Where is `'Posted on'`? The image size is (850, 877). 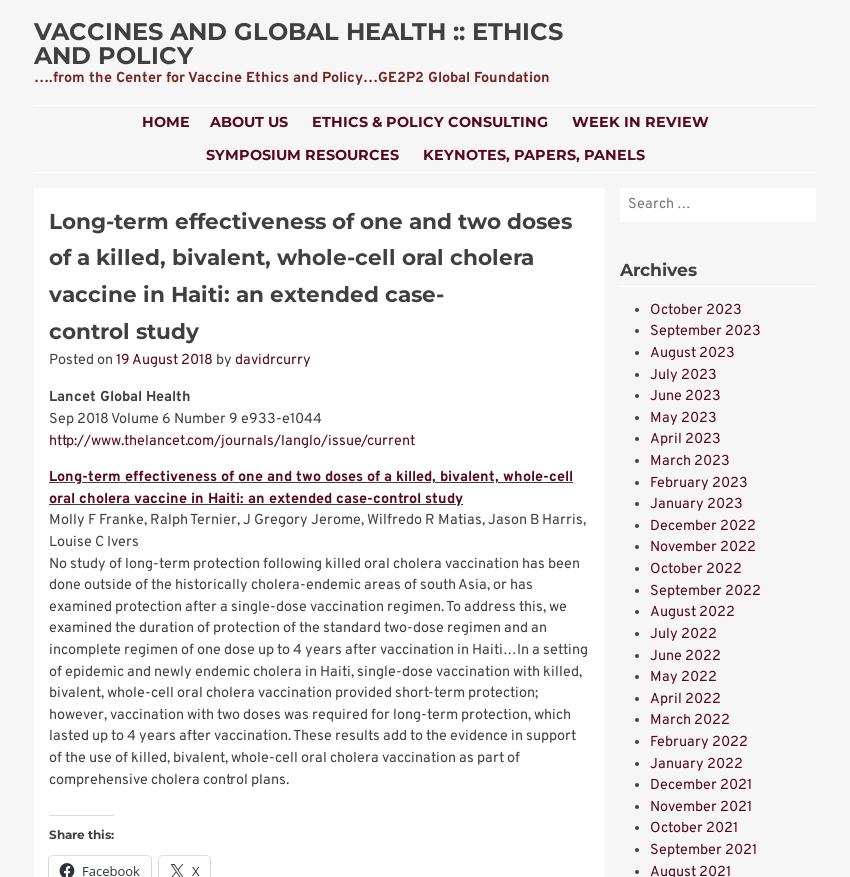
'Posted on' is located at coordinates (48, 360).